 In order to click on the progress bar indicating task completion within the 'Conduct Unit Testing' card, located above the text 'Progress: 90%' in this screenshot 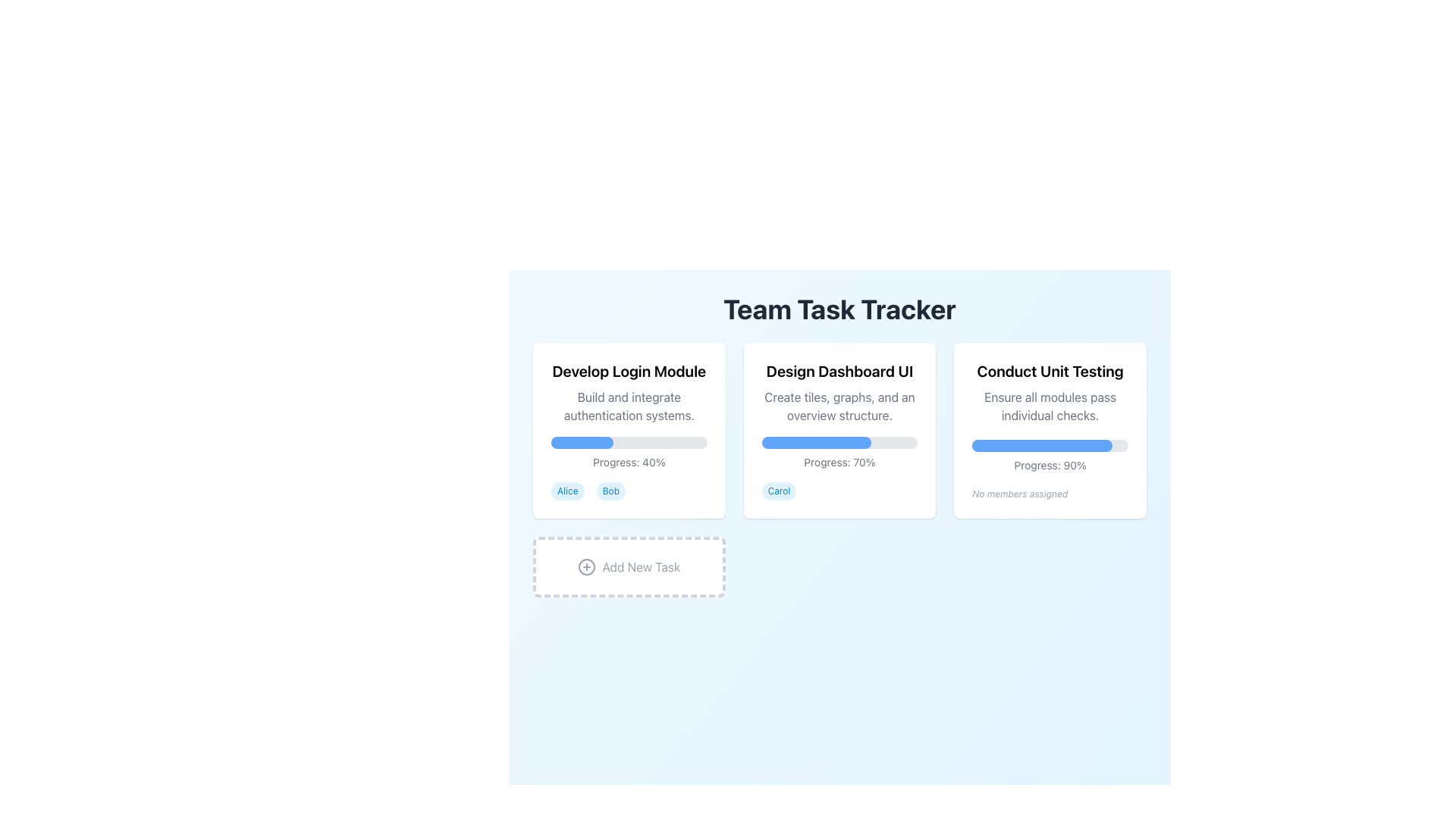, I will do `click(1050, 444)`.